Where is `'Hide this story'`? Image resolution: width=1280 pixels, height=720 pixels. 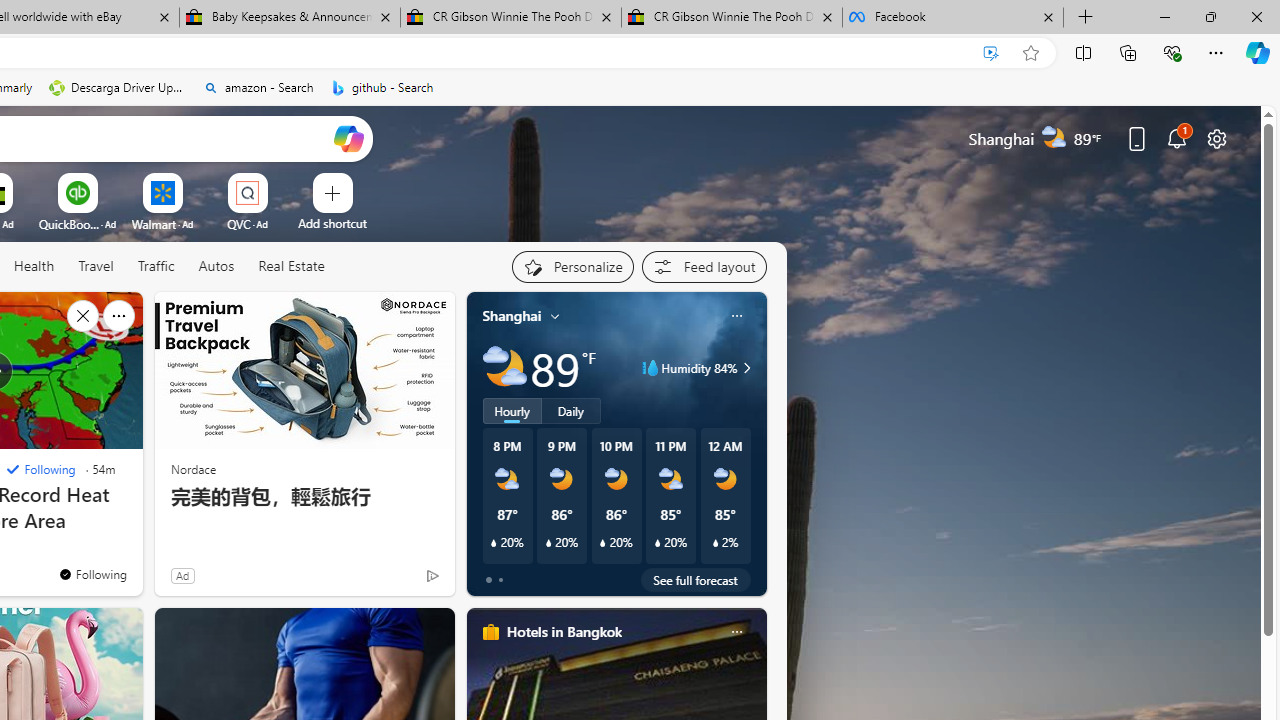 'Hide this story' is located at coordinates (81, 315).